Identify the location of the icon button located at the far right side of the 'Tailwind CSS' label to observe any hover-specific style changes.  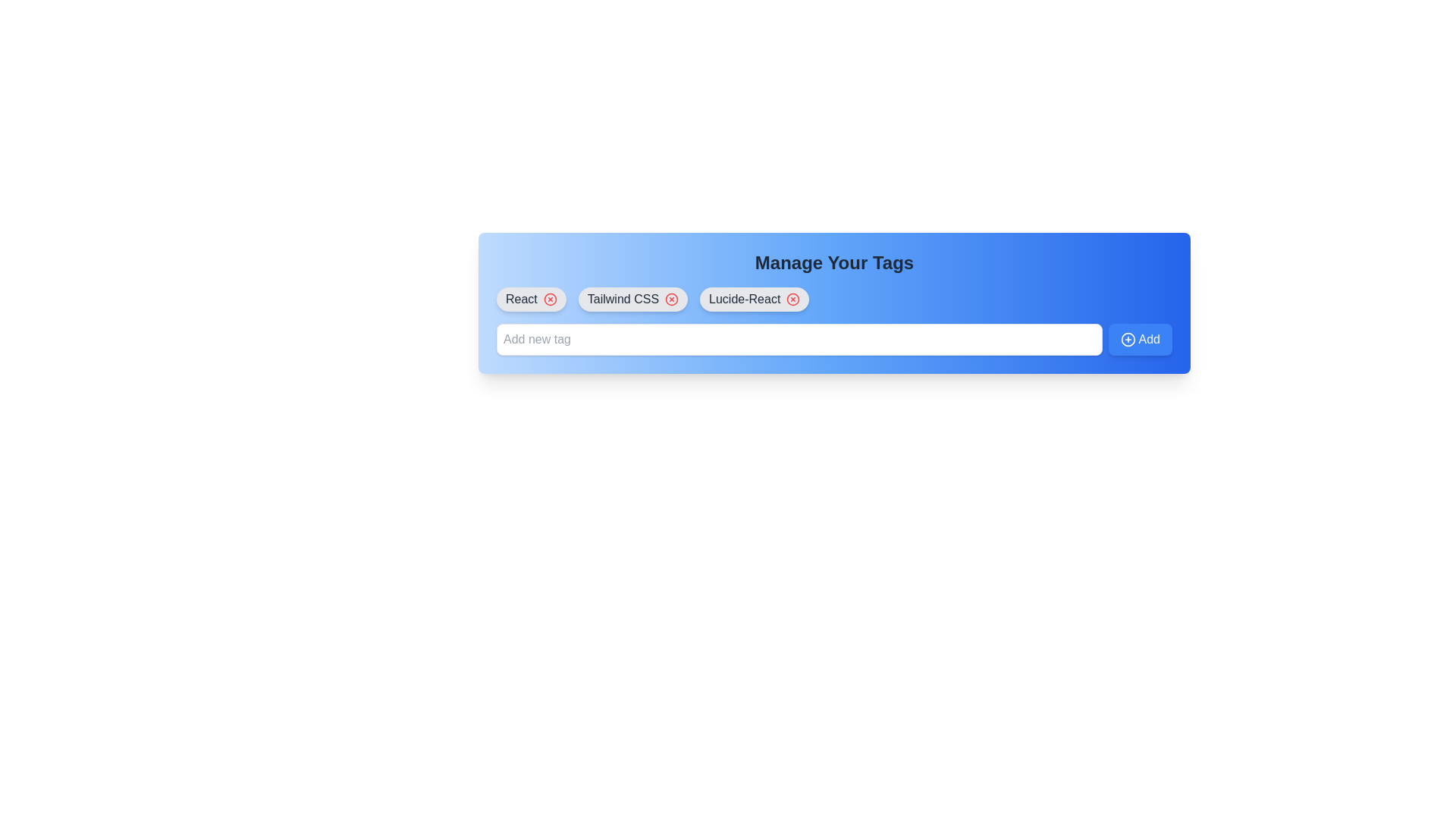
(671, 299).